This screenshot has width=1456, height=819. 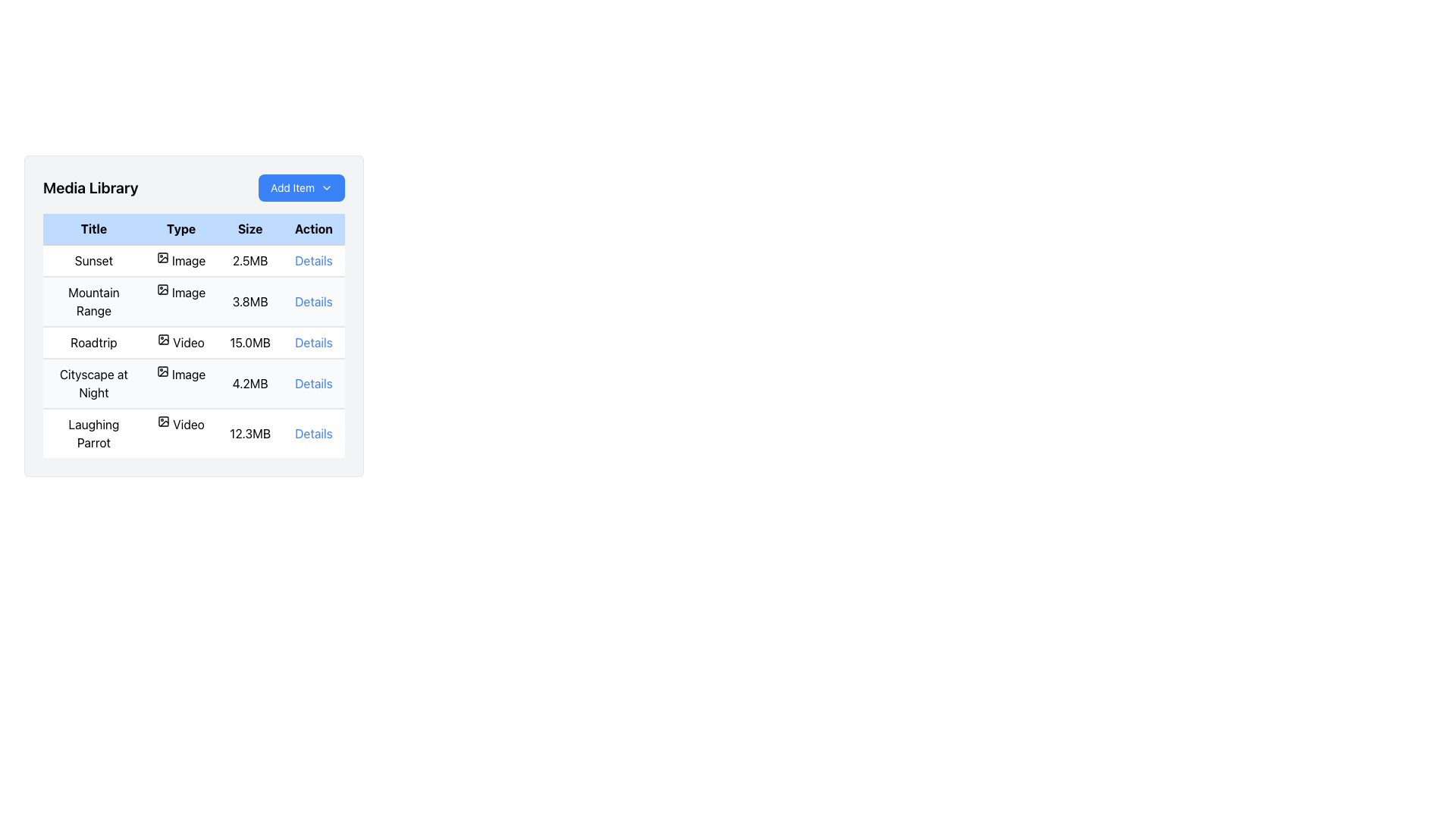 I want to click on the second row of the 'Media Library' table to read the content details of the media, which displays metadata about the media file 'Mountain Range', so click(x=193, y=301).